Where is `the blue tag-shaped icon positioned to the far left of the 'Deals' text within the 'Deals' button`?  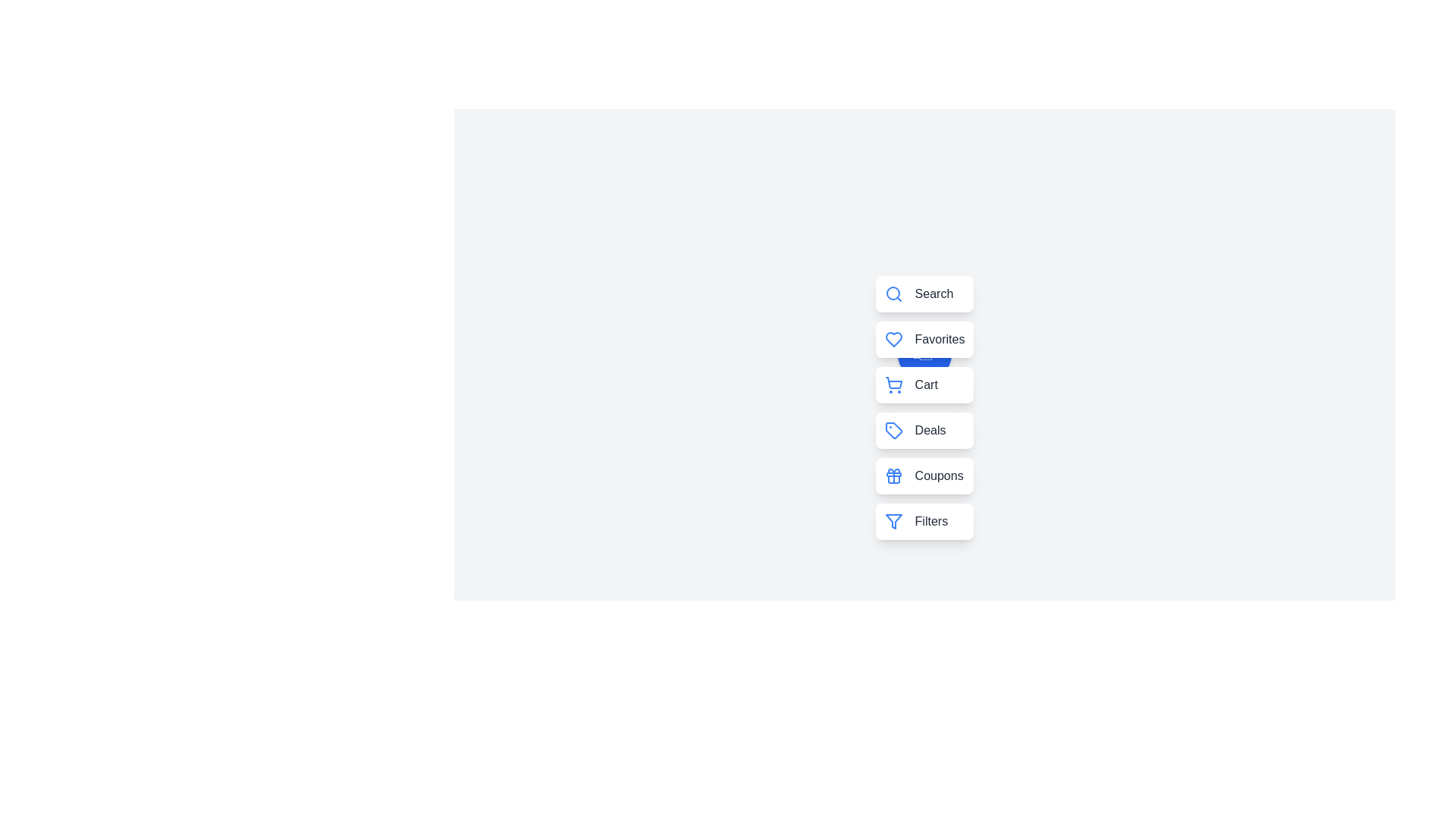 the blue tag-shaped icon positioned to the far left of the 'Deals' text within the 'Deals' button is located at coordinates (893, 430).